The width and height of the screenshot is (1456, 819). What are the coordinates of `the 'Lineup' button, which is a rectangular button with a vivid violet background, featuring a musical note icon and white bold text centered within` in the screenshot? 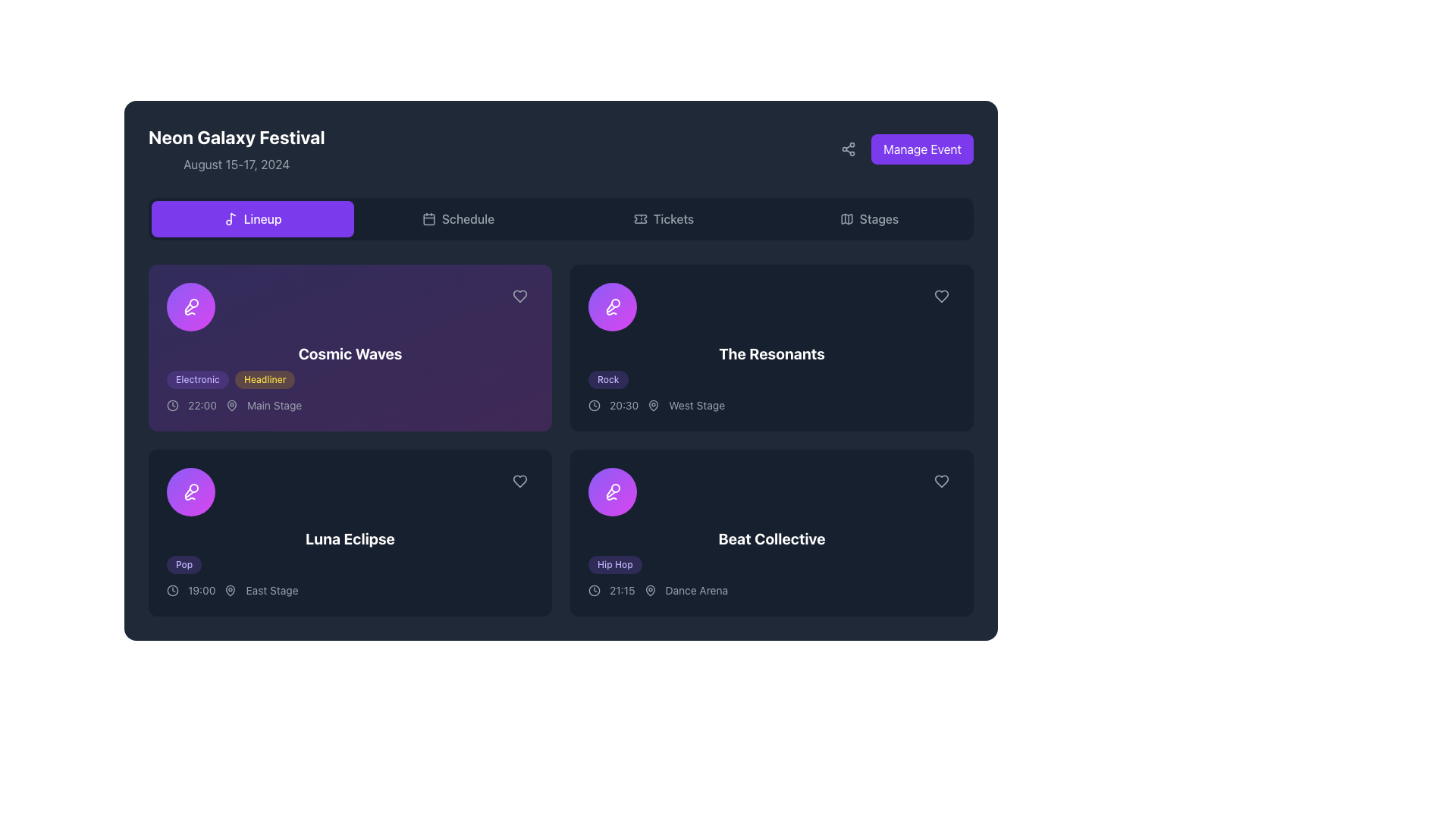 It's located at (253, 219).